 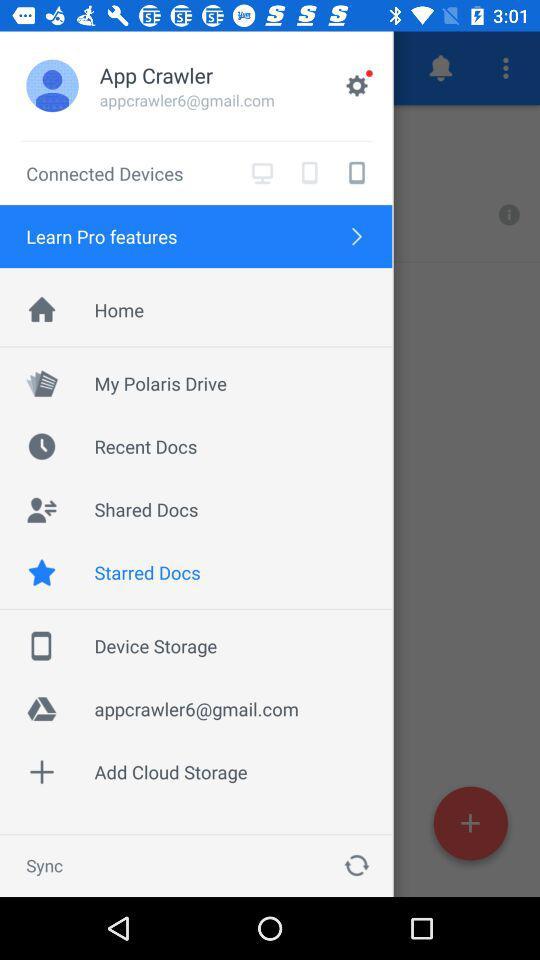 What do you see at coordinates (470, 827) in the screenshot?
I see `the add icon` at bounding box center [470, 827].